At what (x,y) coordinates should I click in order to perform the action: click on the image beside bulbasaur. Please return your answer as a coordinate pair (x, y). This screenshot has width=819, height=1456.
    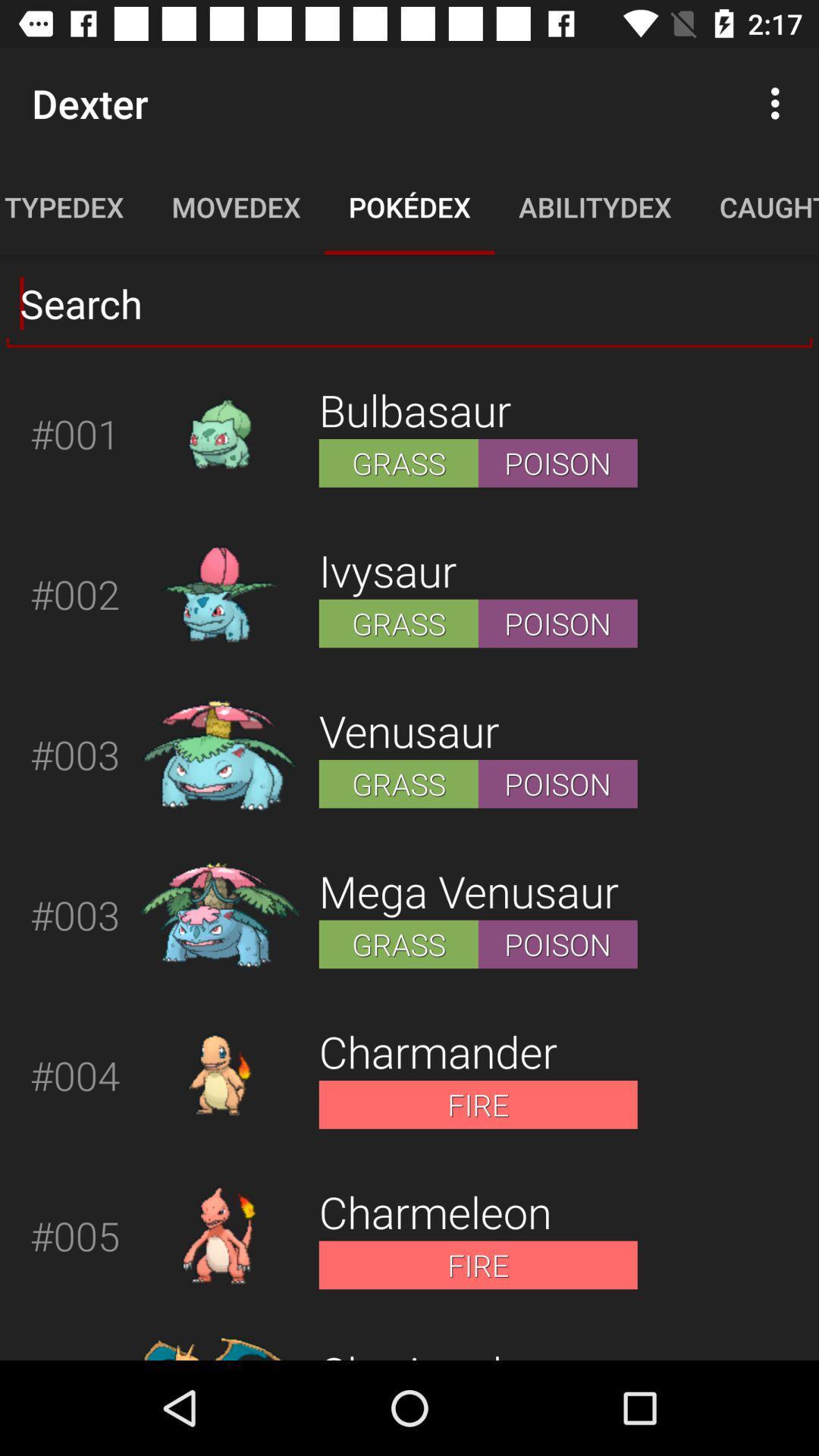
    Looking at the image, I should click on (219, 432).